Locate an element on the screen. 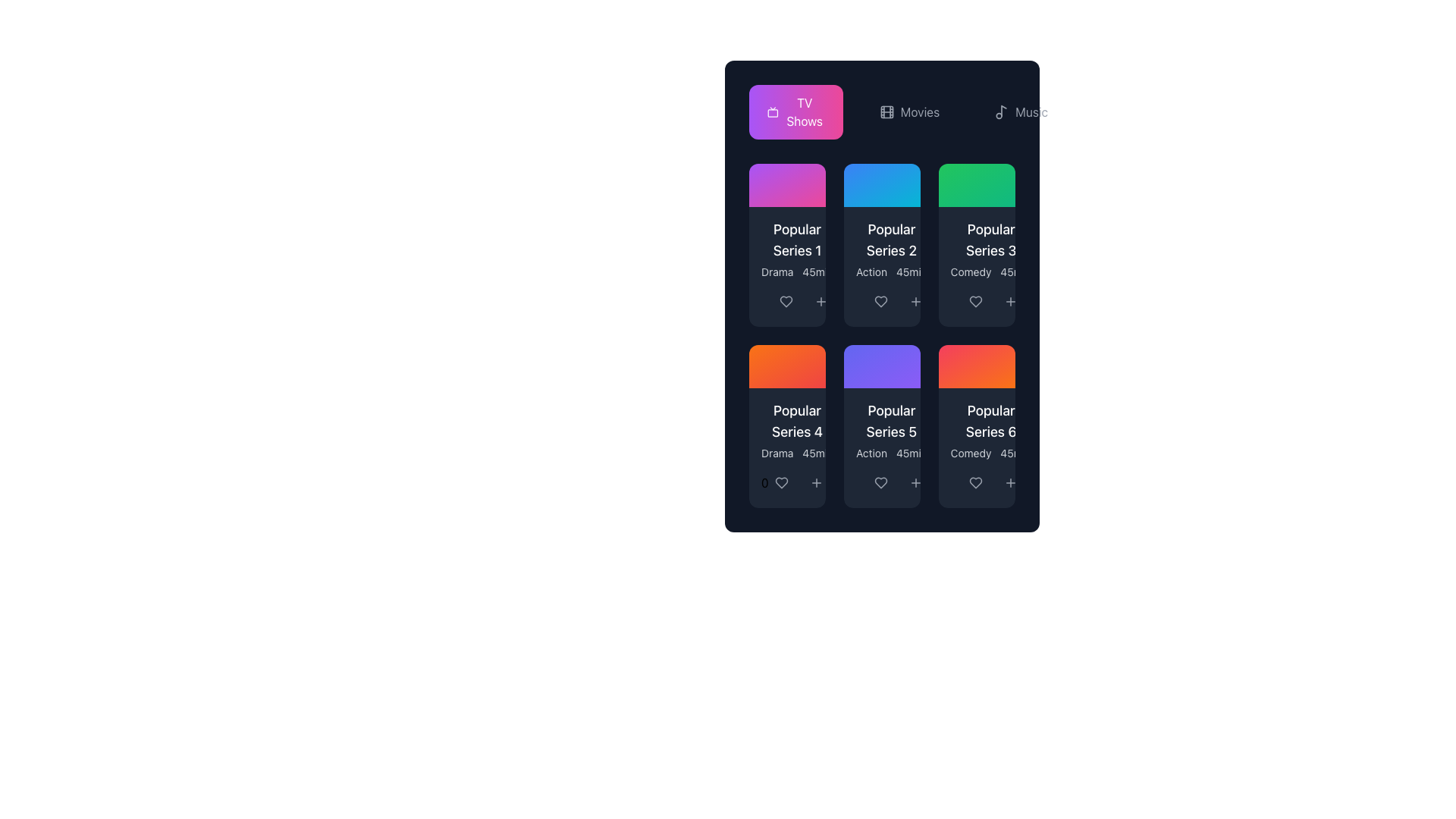  the centrally placed play button with a gradient orange background to begin media playback is located at coordinates (977, 366).